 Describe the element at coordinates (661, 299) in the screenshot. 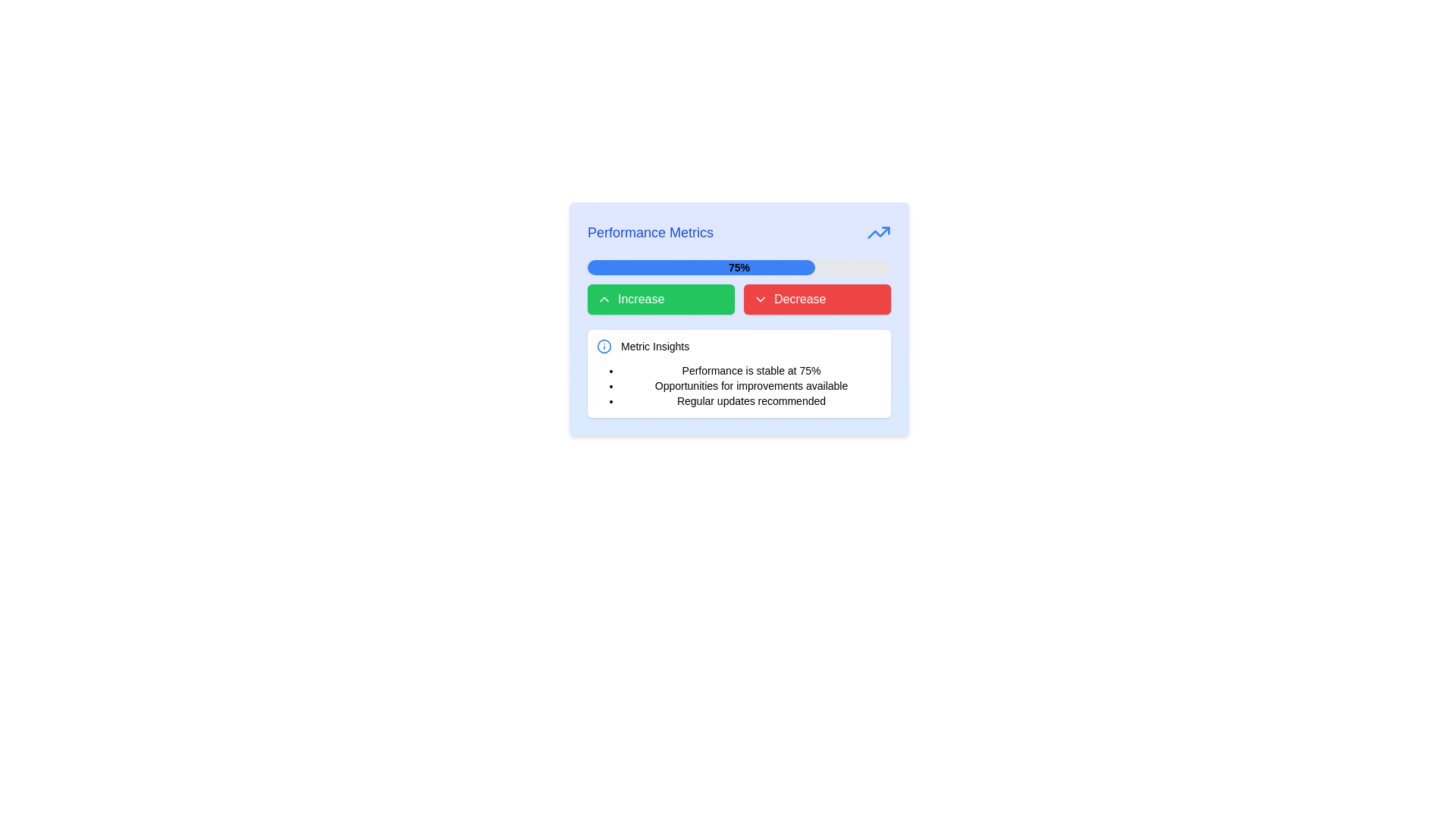

I see `the first button on the left in the grid layout, located below the progress bar and above the 'Metric Insights' section, to initiate the increase action` at that location.